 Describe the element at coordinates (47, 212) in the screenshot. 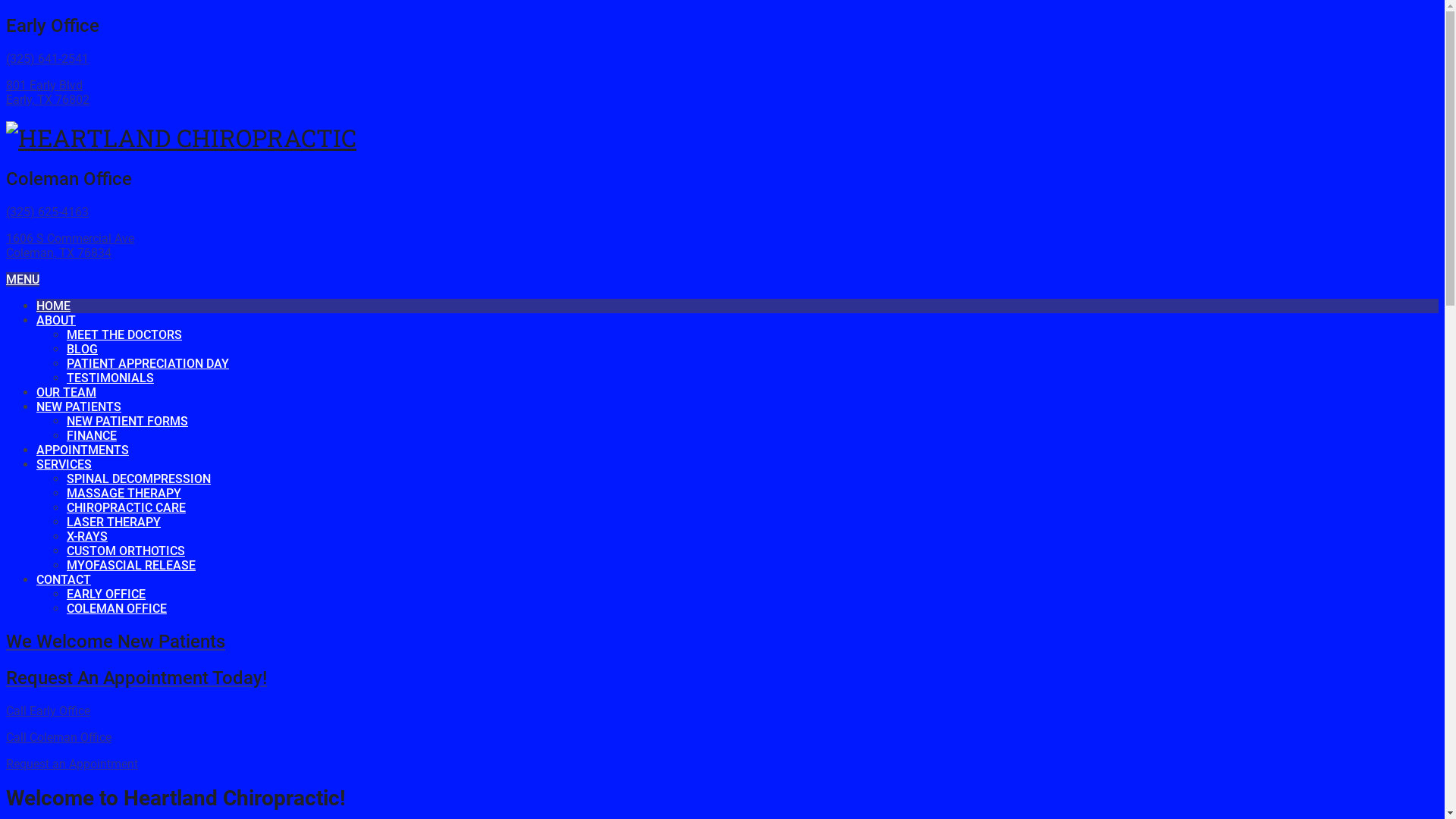

I see `'(325) 625-4163'` at that location.